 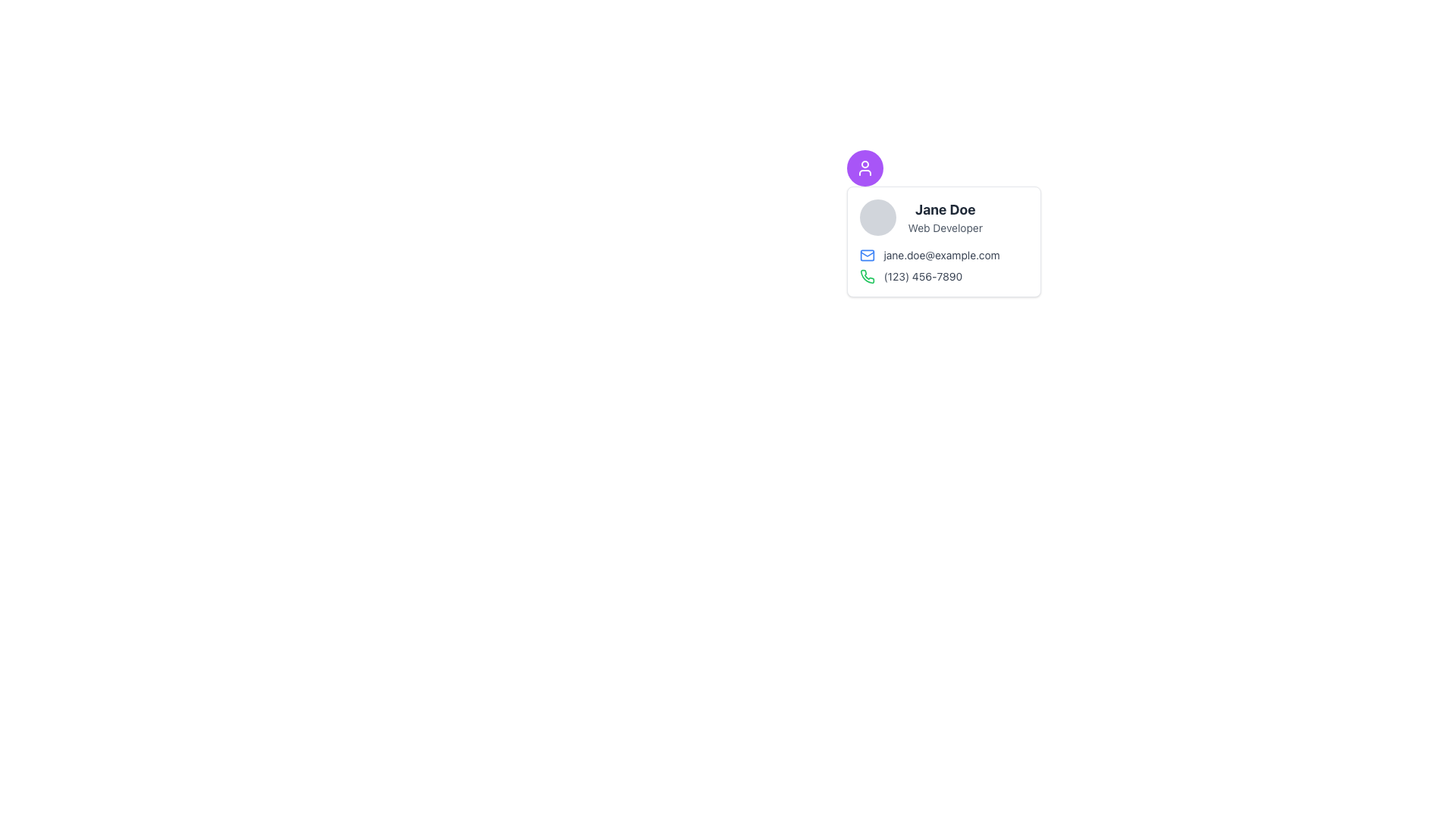 What do you see at coordinates (864, 168) in the screenshot?
I see `the user profile icon located at the top-left edge of the user information card, above the name 'Jane Doe'` at bounding box center [864, 168].